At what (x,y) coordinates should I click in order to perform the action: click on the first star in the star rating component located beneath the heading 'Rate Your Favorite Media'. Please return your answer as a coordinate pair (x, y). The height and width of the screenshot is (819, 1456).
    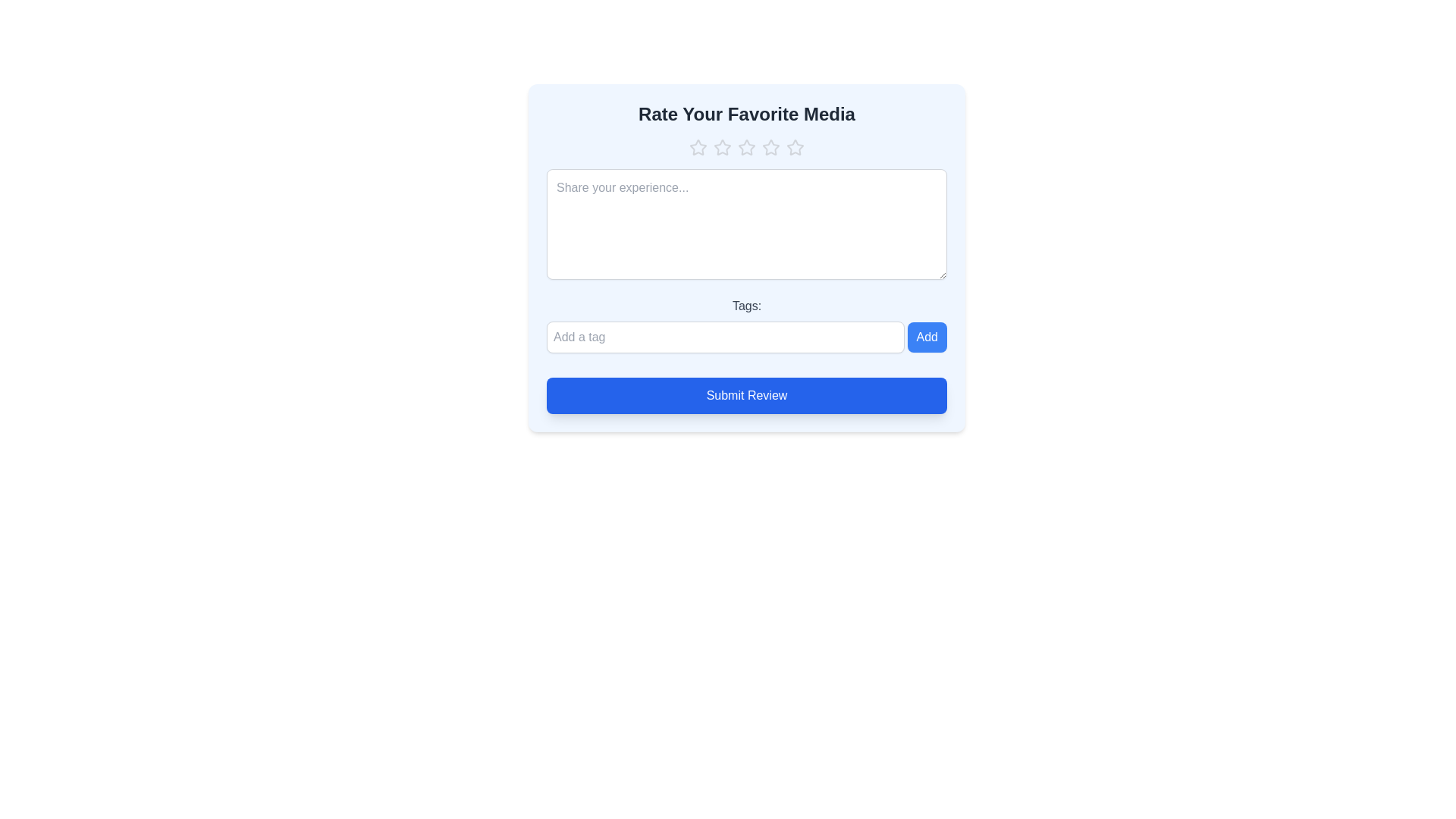
    Looking at the image, I should click on (698, 147).